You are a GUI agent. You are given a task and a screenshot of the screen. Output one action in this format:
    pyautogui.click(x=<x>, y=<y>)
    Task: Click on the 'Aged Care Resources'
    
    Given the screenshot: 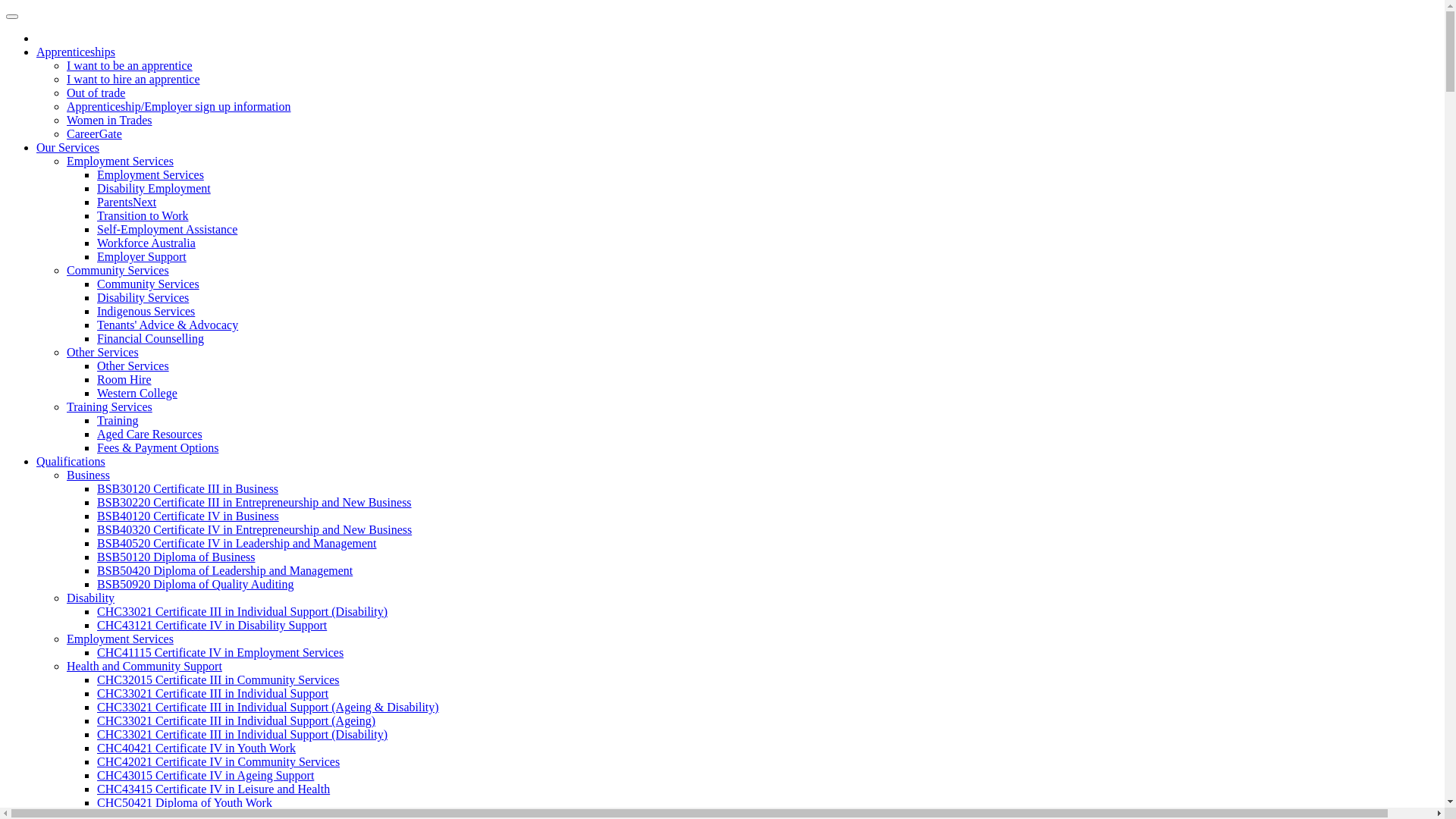 What is the action you would take?
    pyautogui.click(x=96, y=434)
    